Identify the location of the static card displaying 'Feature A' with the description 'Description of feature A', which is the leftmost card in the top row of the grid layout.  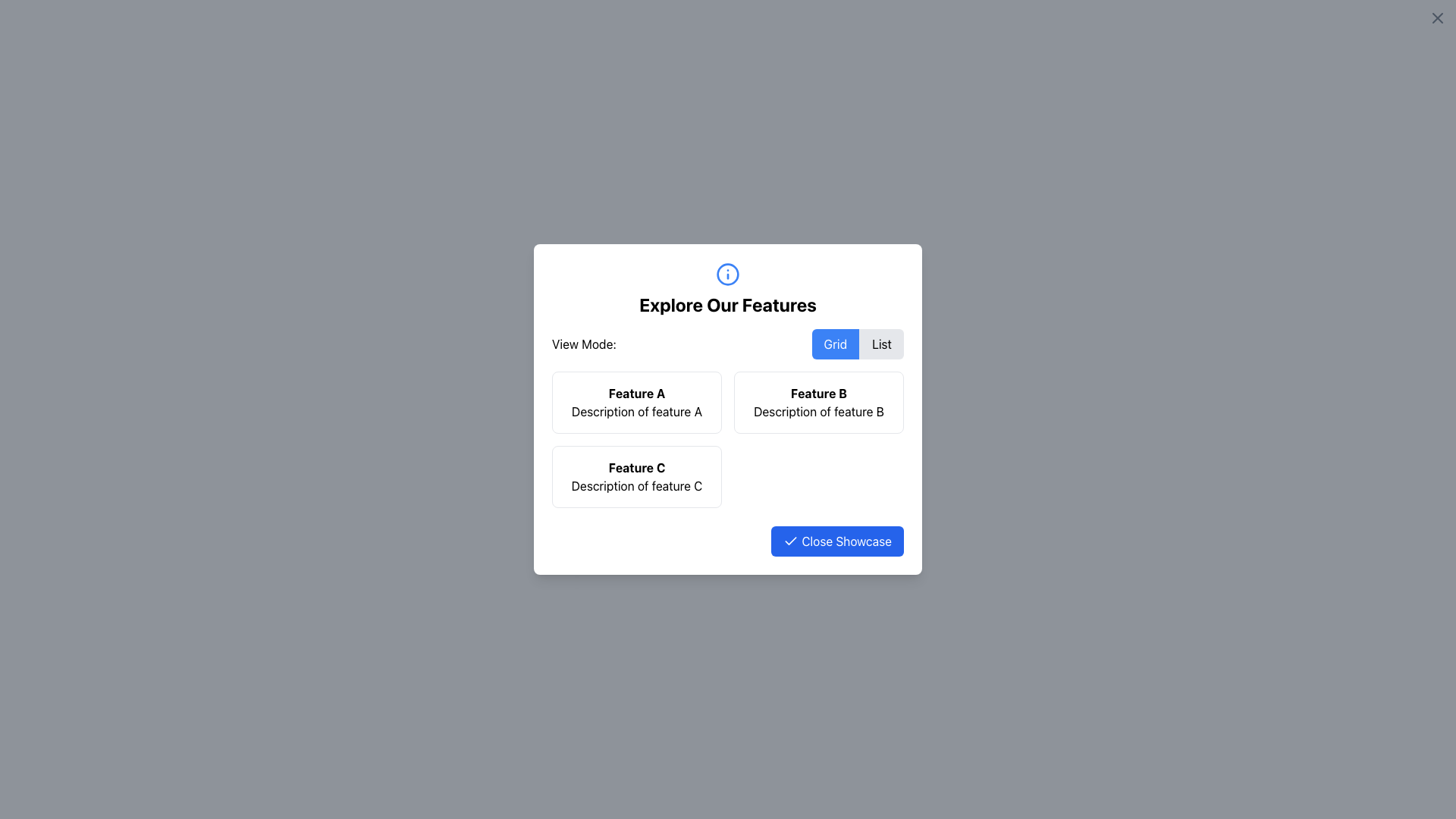
(637, 402).